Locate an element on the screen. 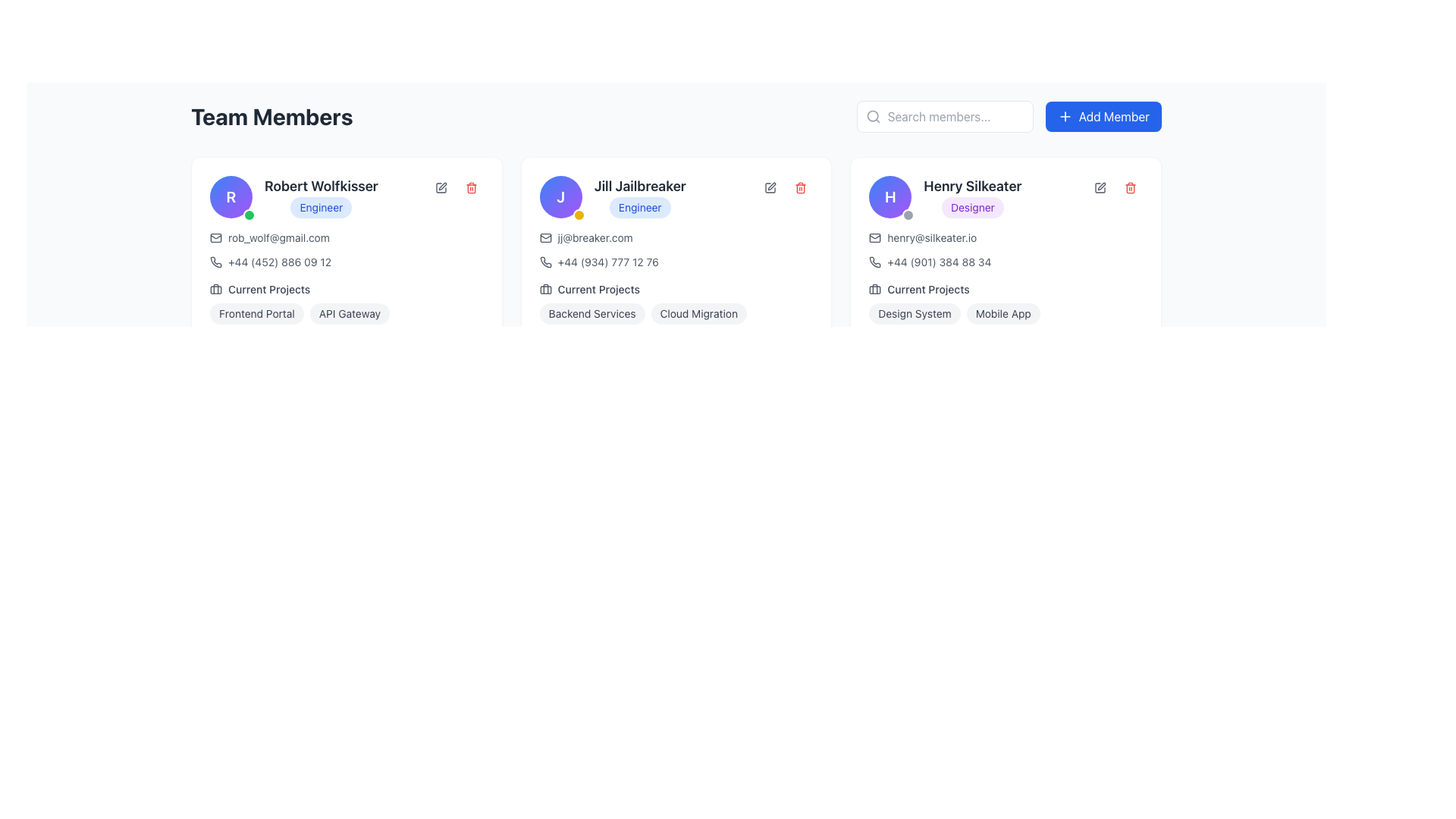  the small red trash icon located in the top-right corner of Henry Silkeater's card in the Team Members section is located at coordinates (1131, 187).